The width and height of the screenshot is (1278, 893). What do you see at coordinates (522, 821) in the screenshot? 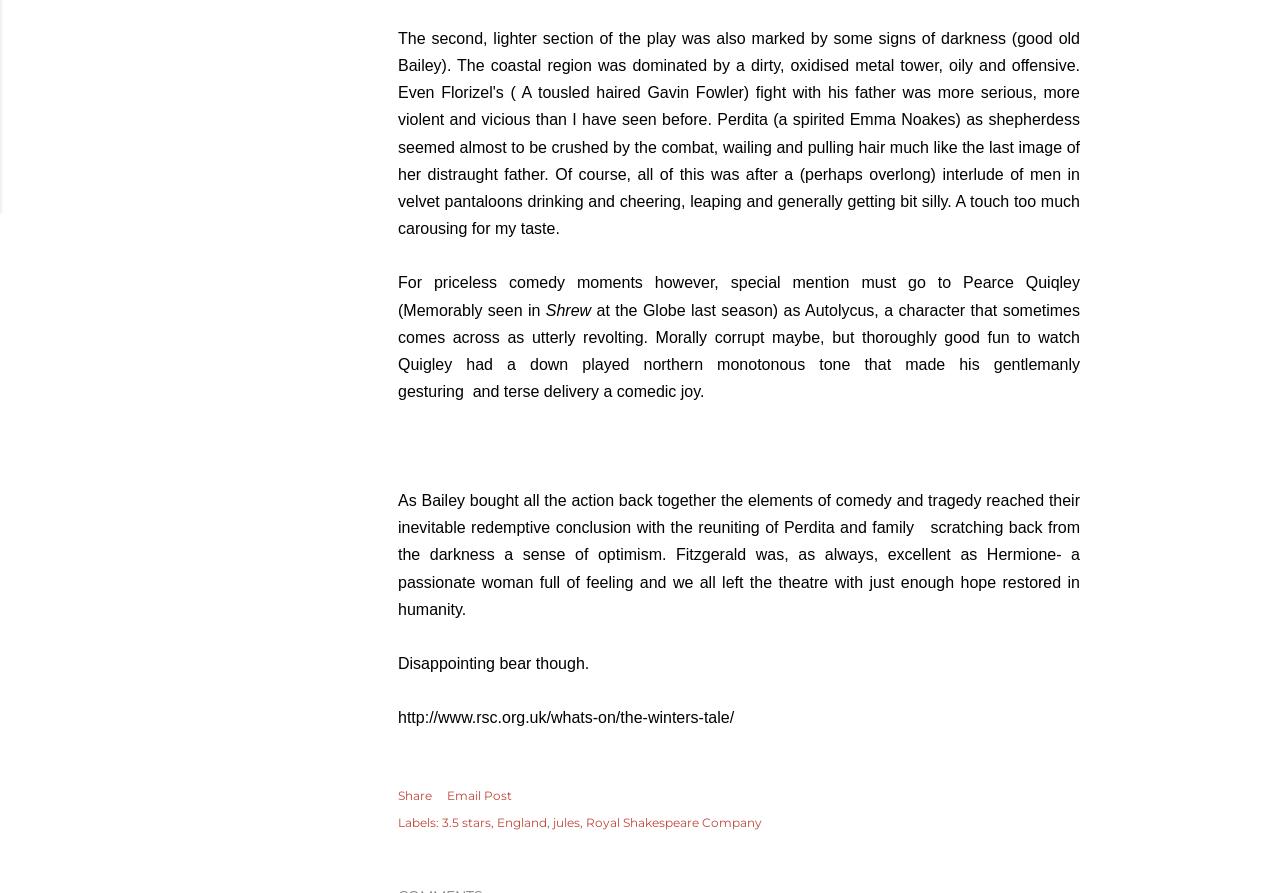
I see `'England'` at bounding box center [522, 821].